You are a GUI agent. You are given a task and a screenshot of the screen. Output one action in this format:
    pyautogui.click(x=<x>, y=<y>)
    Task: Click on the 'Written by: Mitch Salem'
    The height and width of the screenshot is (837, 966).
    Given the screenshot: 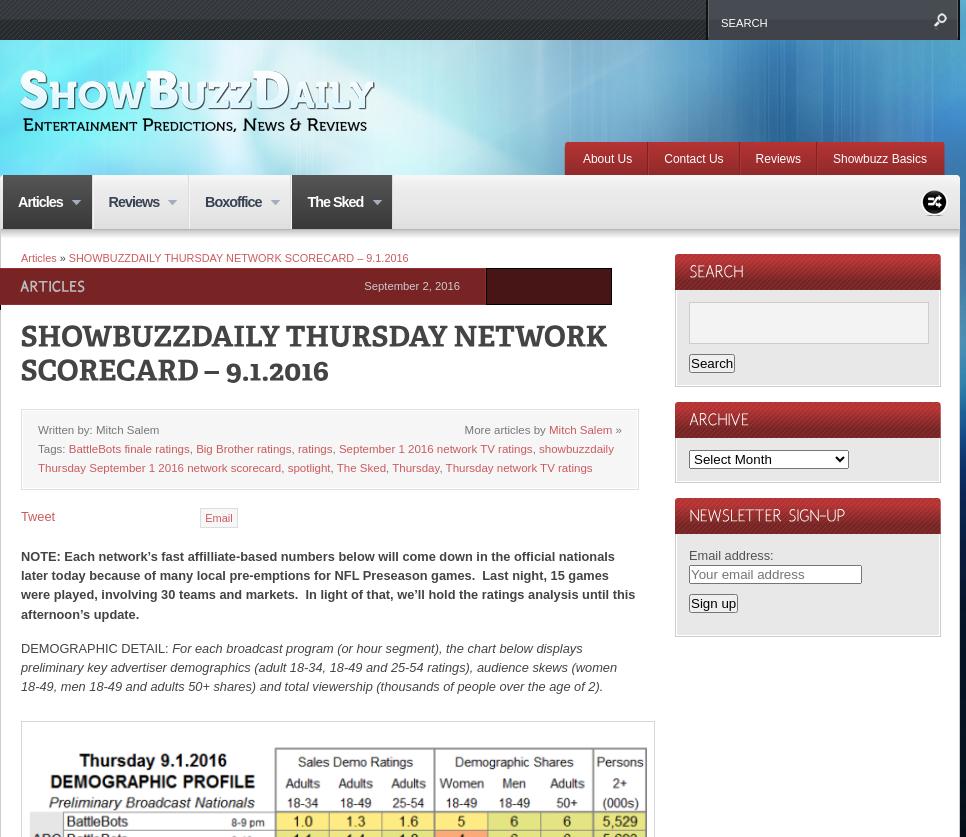 What is the action you would take?
    pyautogui.click(x=97, y=427)
    